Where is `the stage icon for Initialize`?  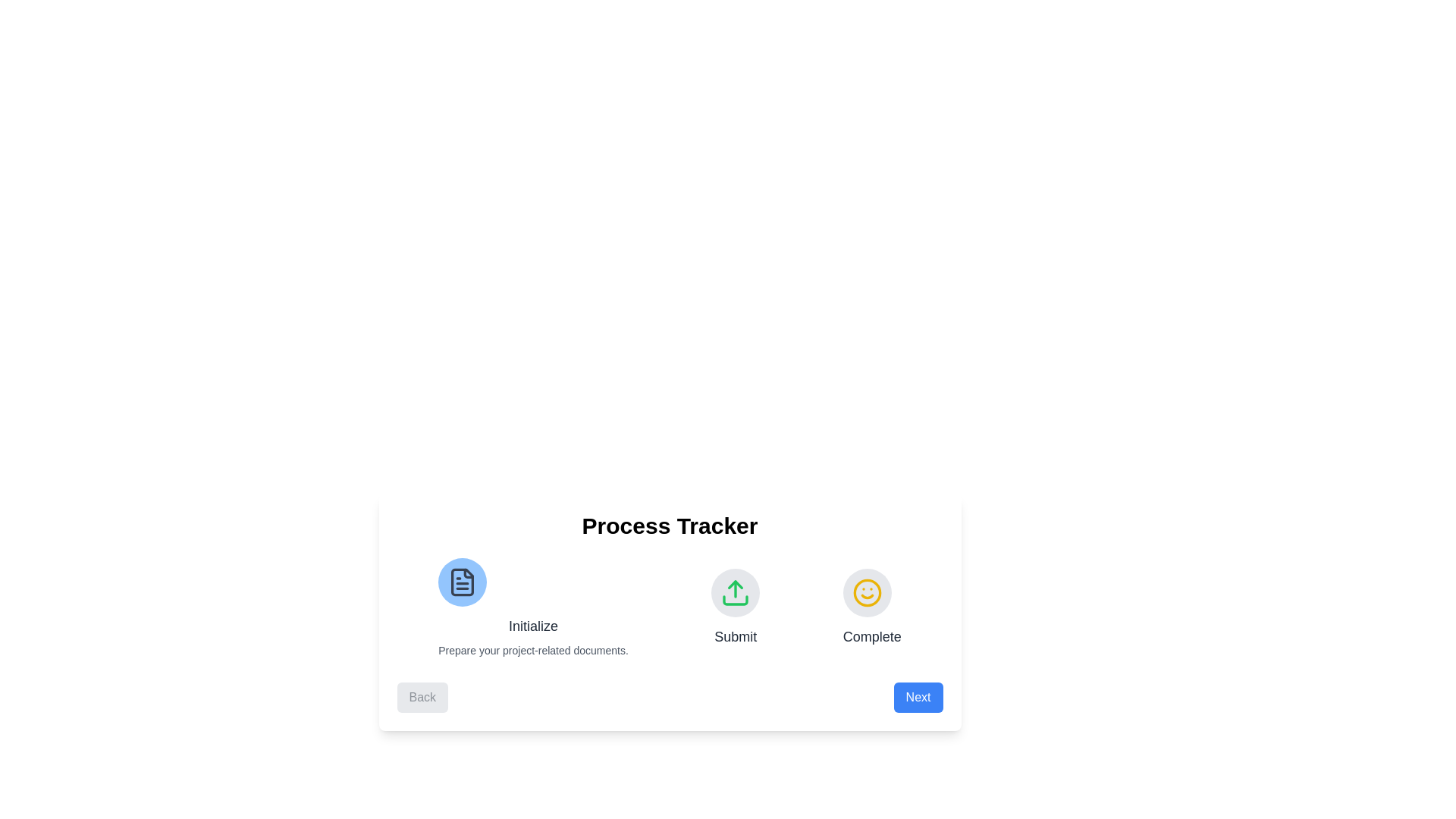
the stage icon for Initialize is located at coordinates (461, 581).